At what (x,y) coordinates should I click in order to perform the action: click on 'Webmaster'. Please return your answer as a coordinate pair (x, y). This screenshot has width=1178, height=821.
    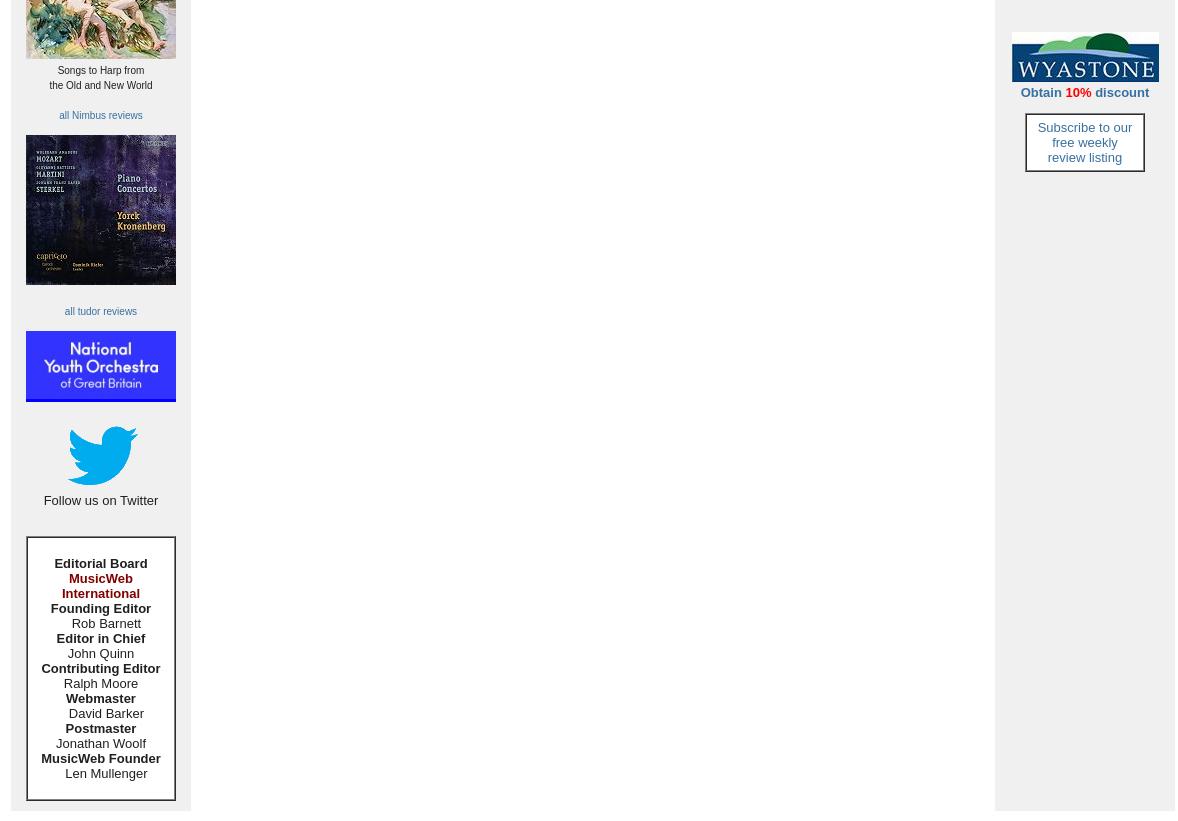
    Looking at the image, I should click on (99, 697).